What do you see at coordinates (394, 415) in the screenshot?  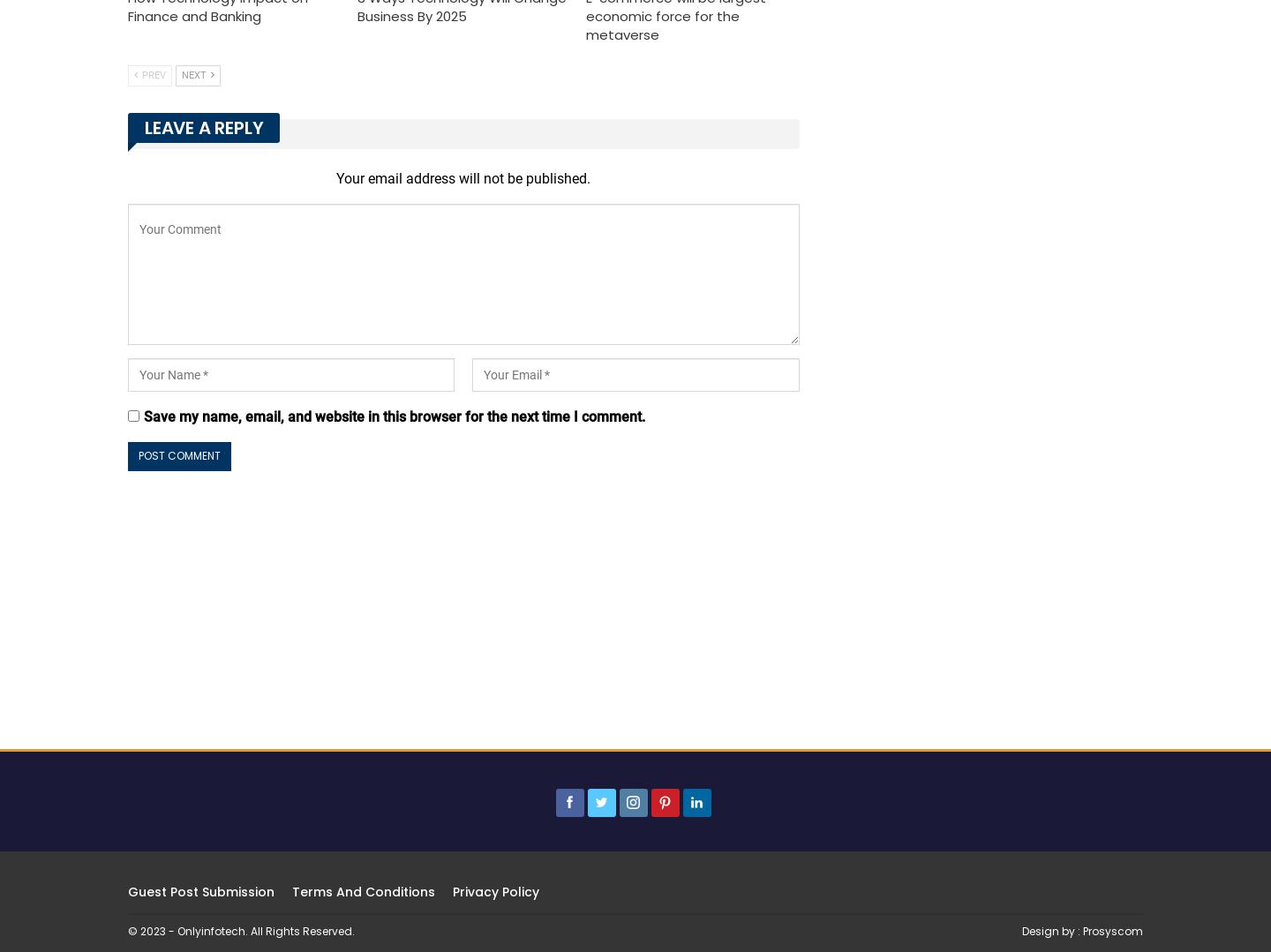 I see `'Save my name, email, and website in this browser for the next time I comment.'` at bounding box center [394, 415].